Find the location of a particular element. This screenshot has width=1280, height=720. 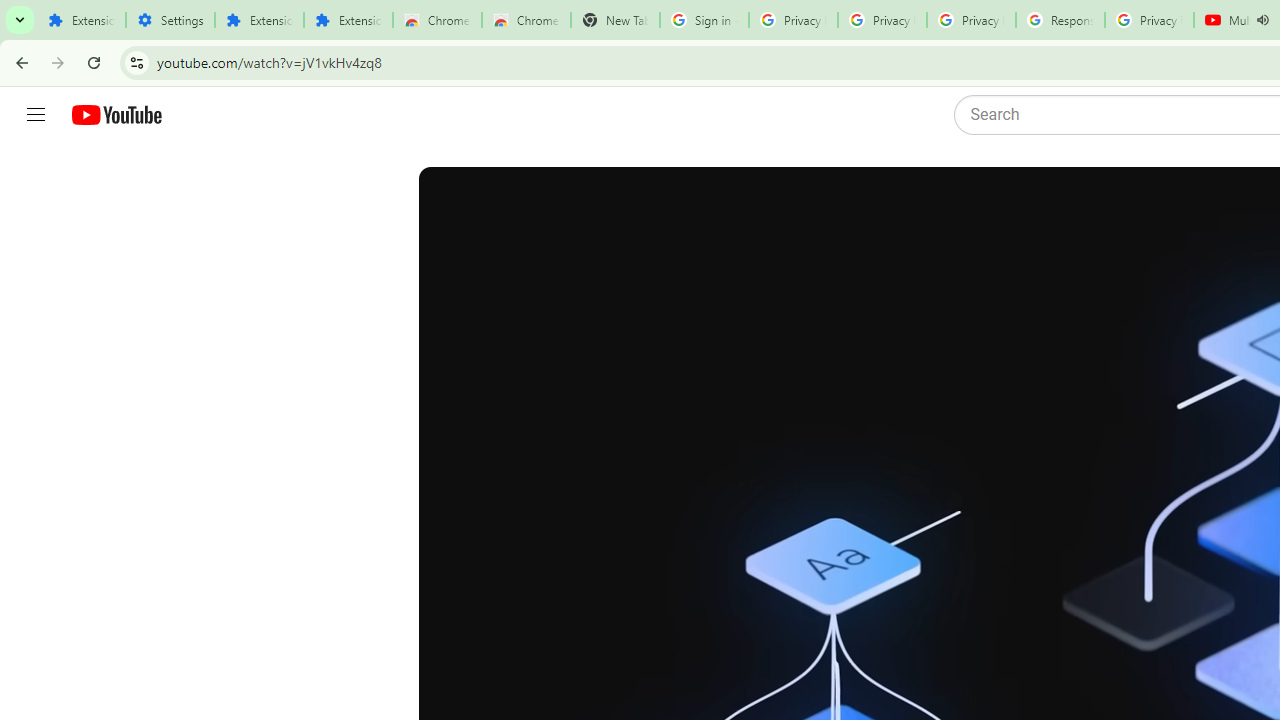

'Sign in - Google Accounts' is located at coordinates (704, 20).